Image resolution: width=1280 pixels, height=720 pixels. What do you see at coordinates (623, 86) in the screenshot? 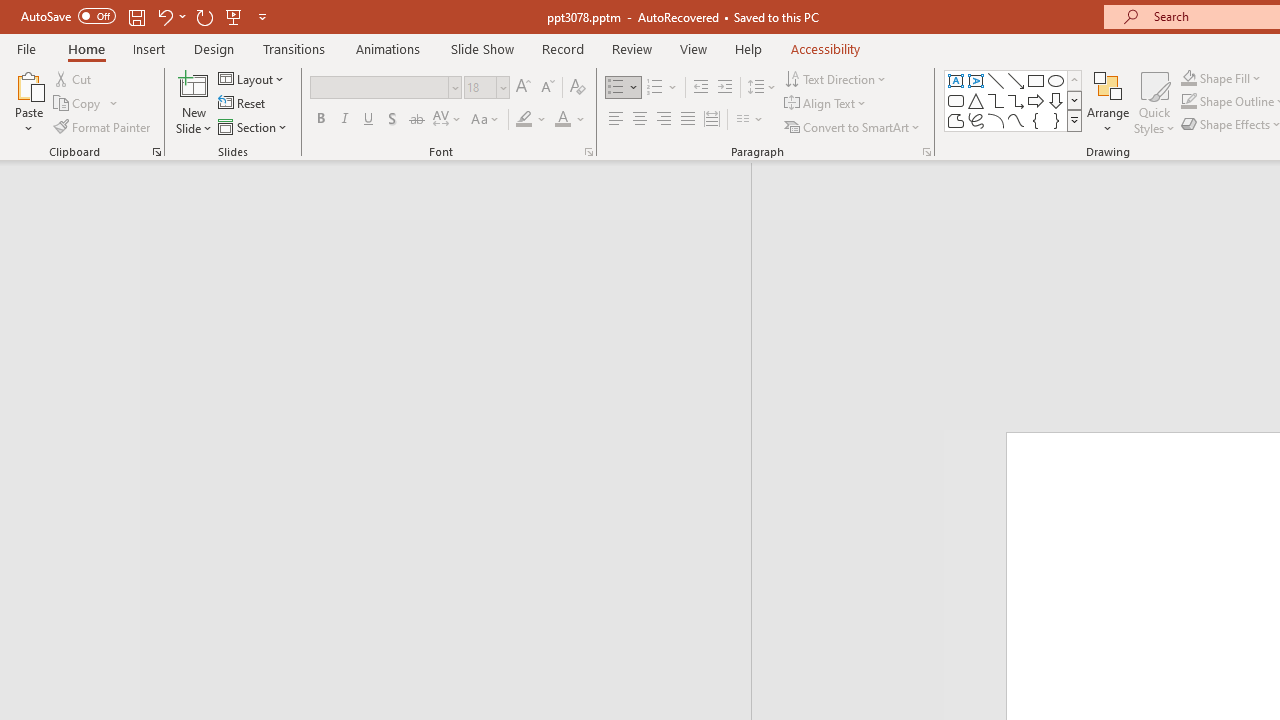
I see `'Bullets'` at bounding box center [623, 86].